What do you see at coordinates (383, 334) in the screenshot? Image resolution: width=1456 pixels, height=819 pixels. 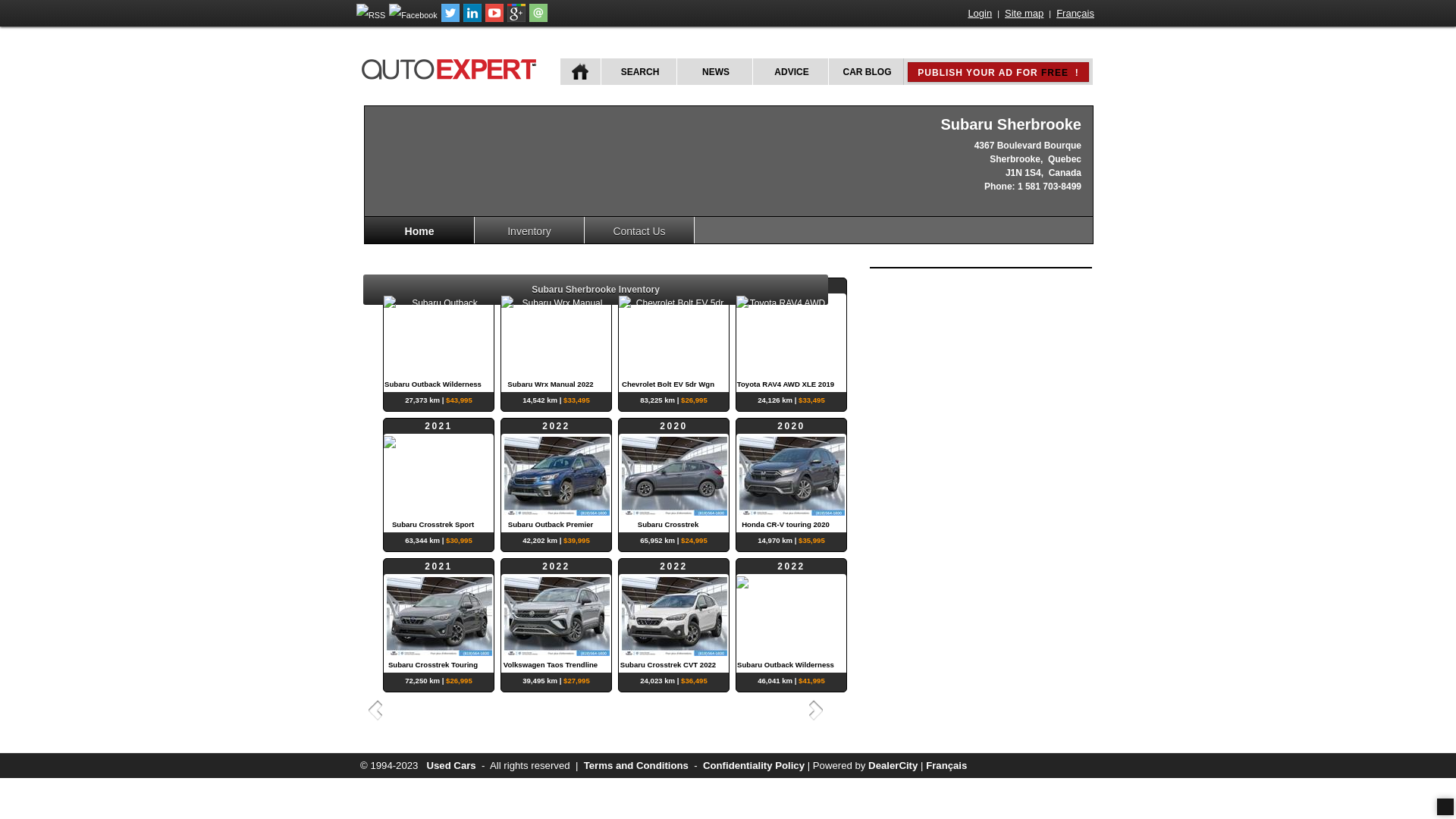 I see `'2023` at bounding box center [383, 334].